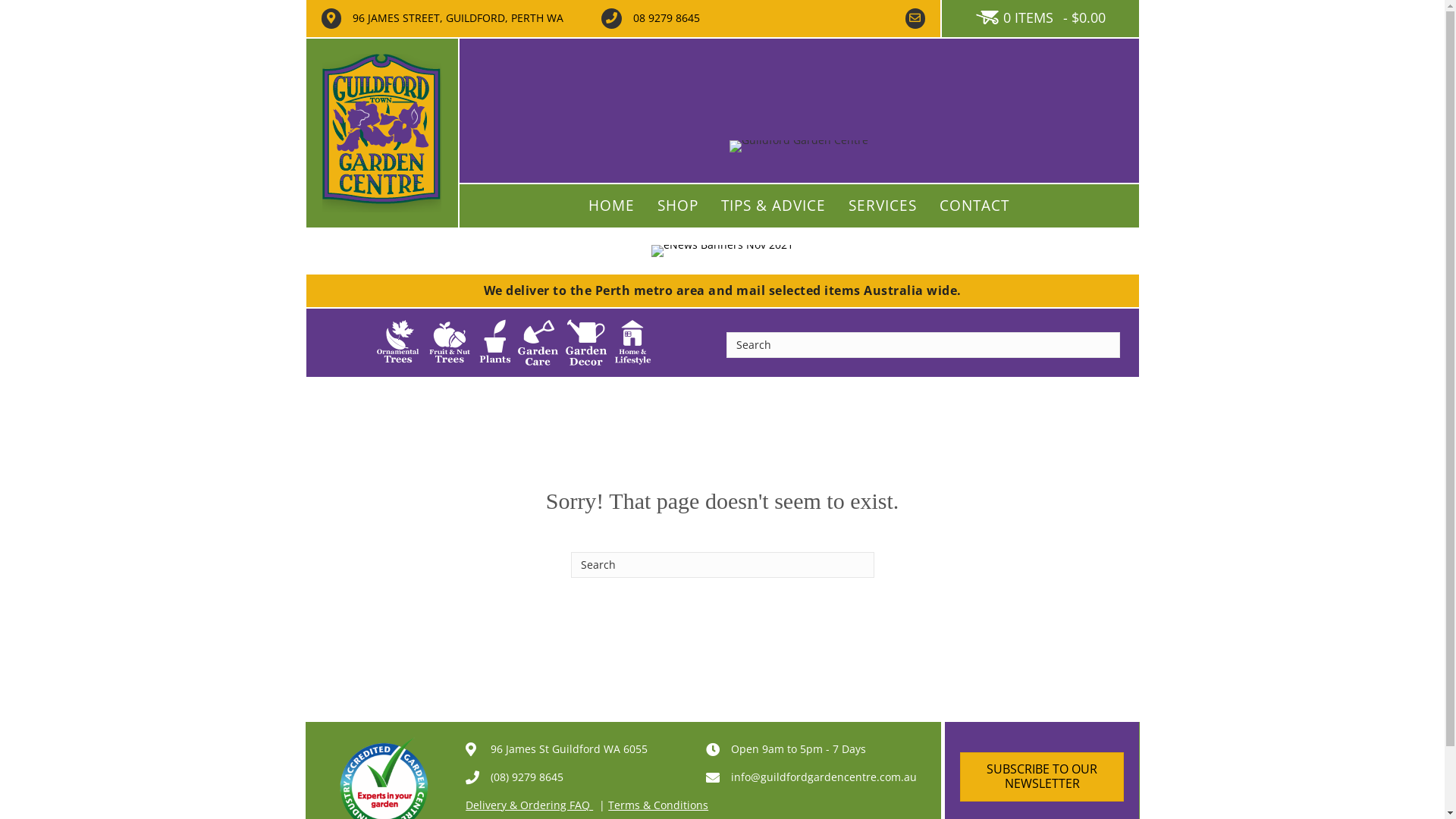 The height and width of the screenshot is (819, 1456). Describe the element at coordinates (1040, 18) in the screenshot. I see `'0 ITEMS$0.00'` at that location.